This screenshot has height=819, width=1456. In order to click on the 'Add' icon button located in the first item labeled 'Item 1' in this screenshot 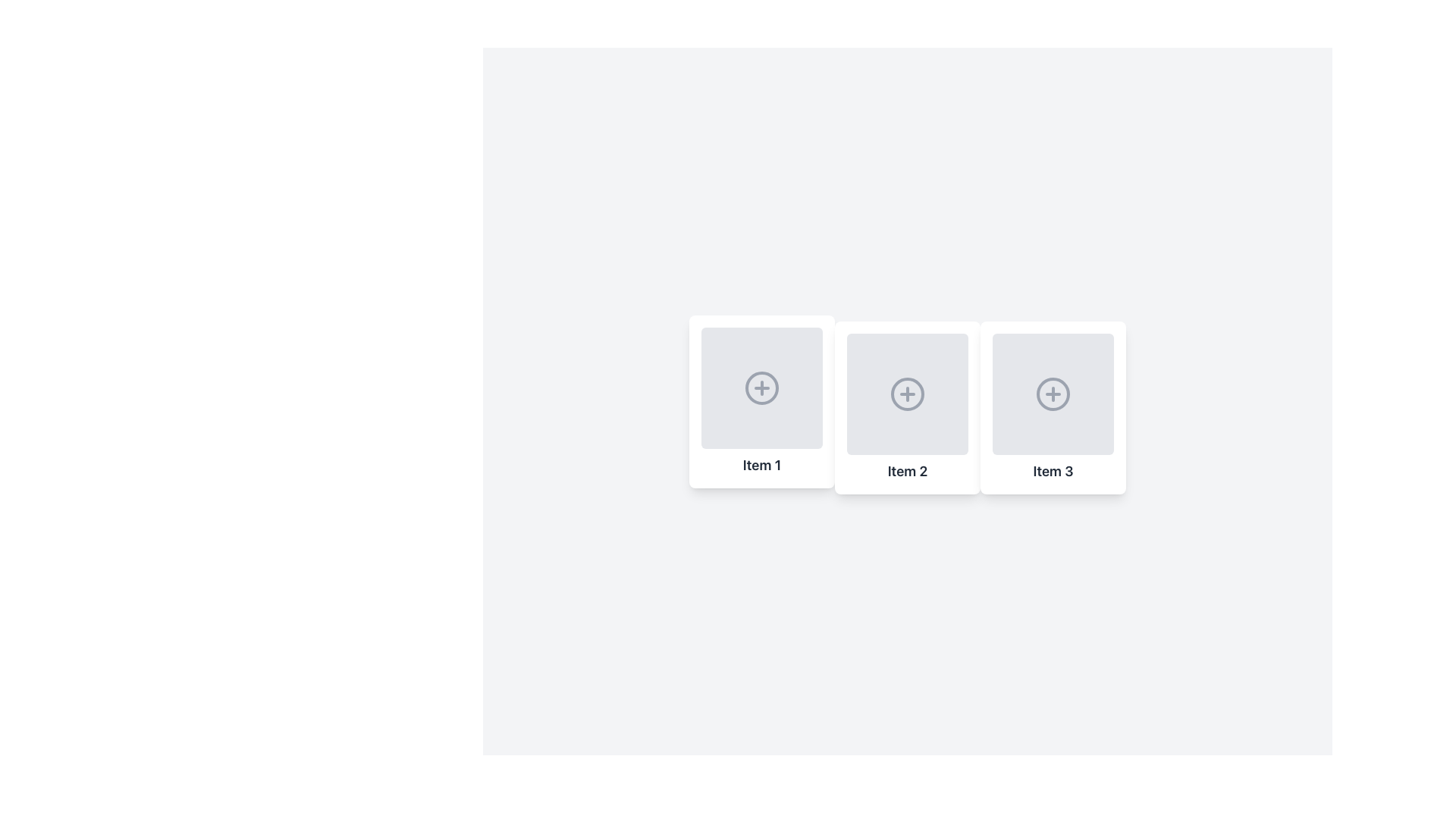, I will do `click(761, 386)`.